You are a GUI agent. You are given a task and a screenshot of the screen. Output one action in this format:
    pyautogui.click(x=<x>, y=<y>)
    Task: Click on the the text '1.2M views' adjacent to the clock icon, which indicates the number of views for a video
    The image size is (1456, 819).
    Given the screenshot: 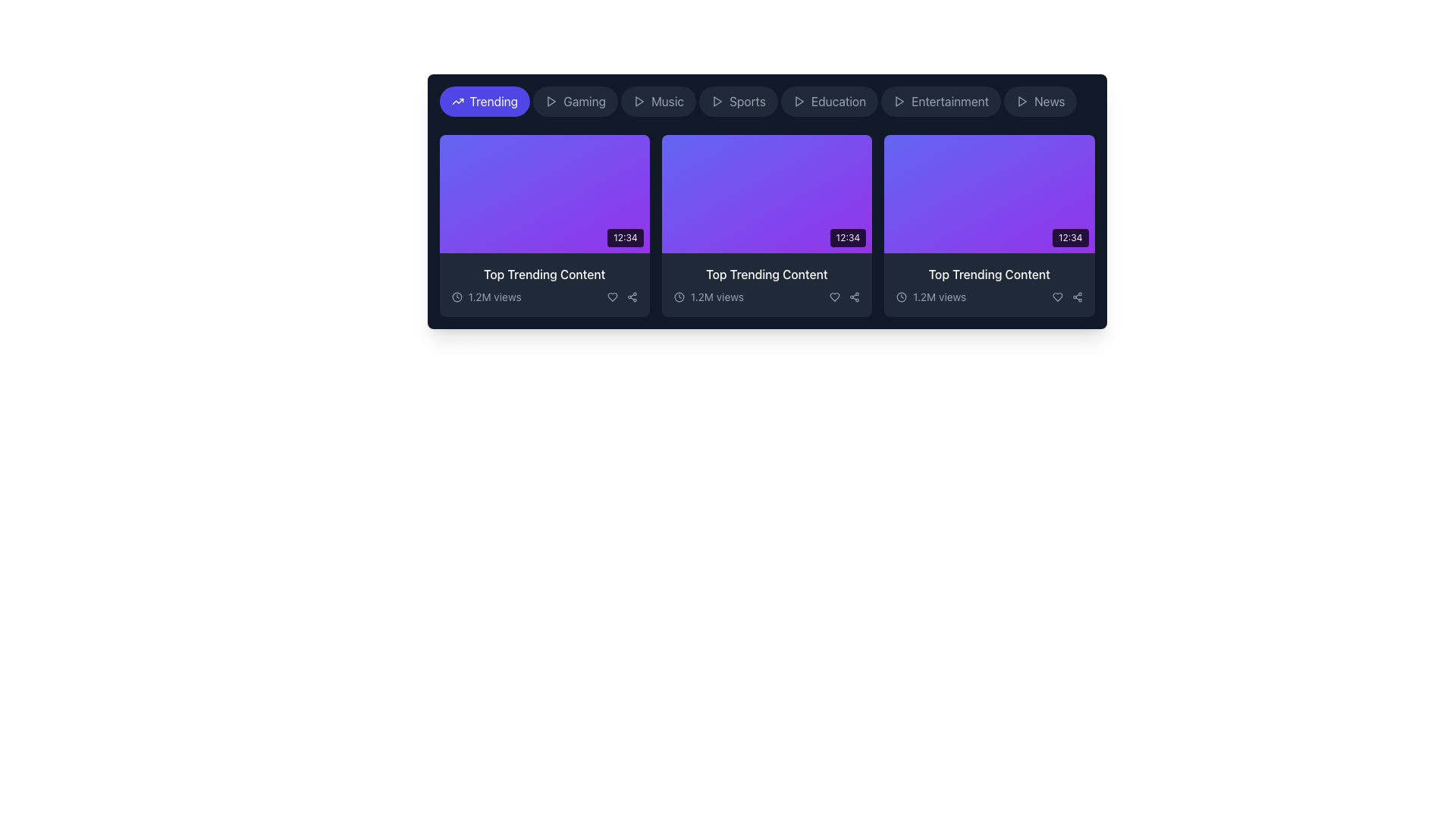 What is the action you would take?
    pyautogui.click(x=930, y=297)
    